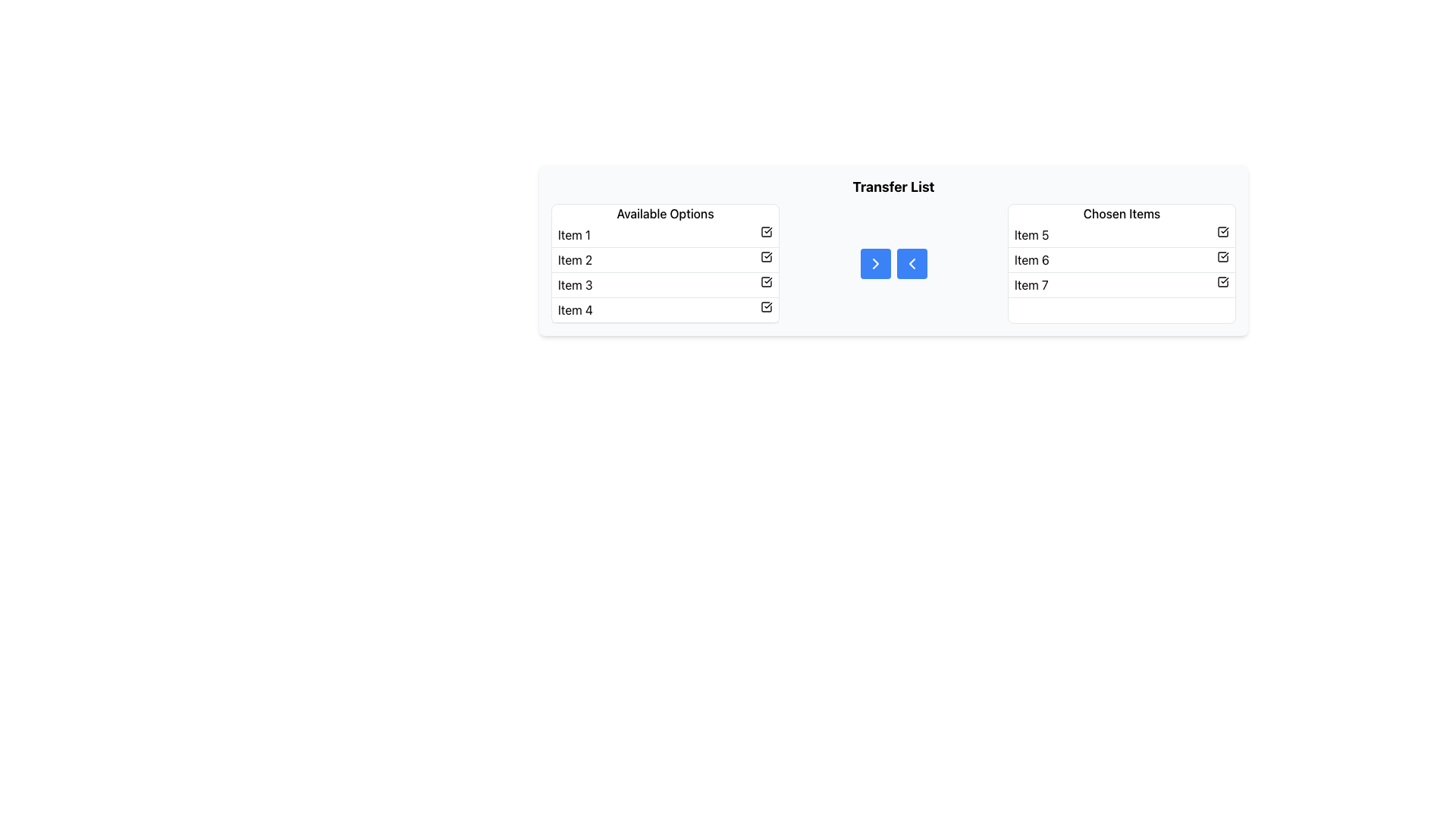  I want to click on the checkbox with a black checkmark icon located to the far right of the 'Item 6' entry within the 'Chosen Items' list, so click(1222, 256).